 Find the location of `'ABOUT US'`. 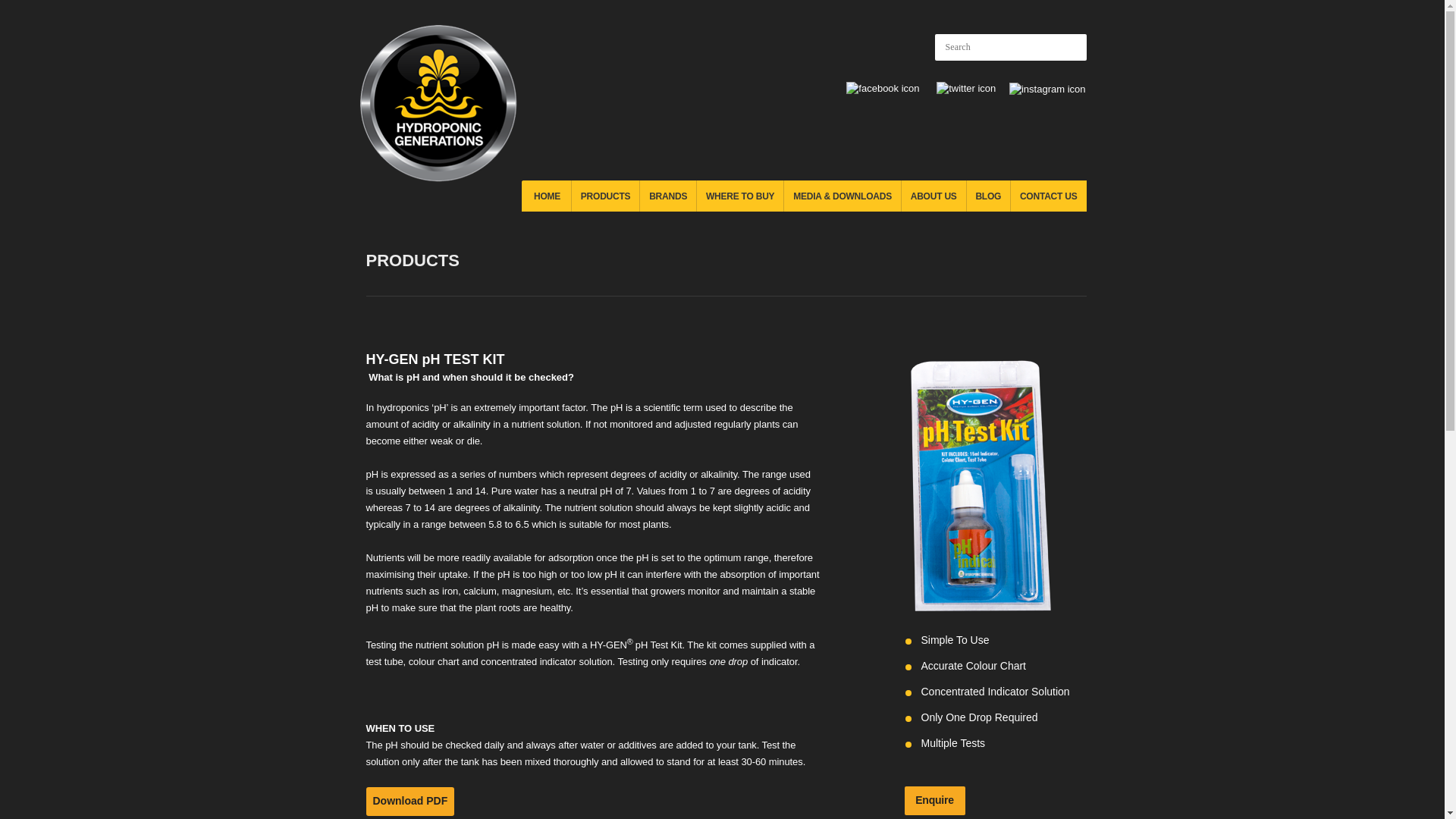

'ABOUT US' is located at coordinates (933, 195).